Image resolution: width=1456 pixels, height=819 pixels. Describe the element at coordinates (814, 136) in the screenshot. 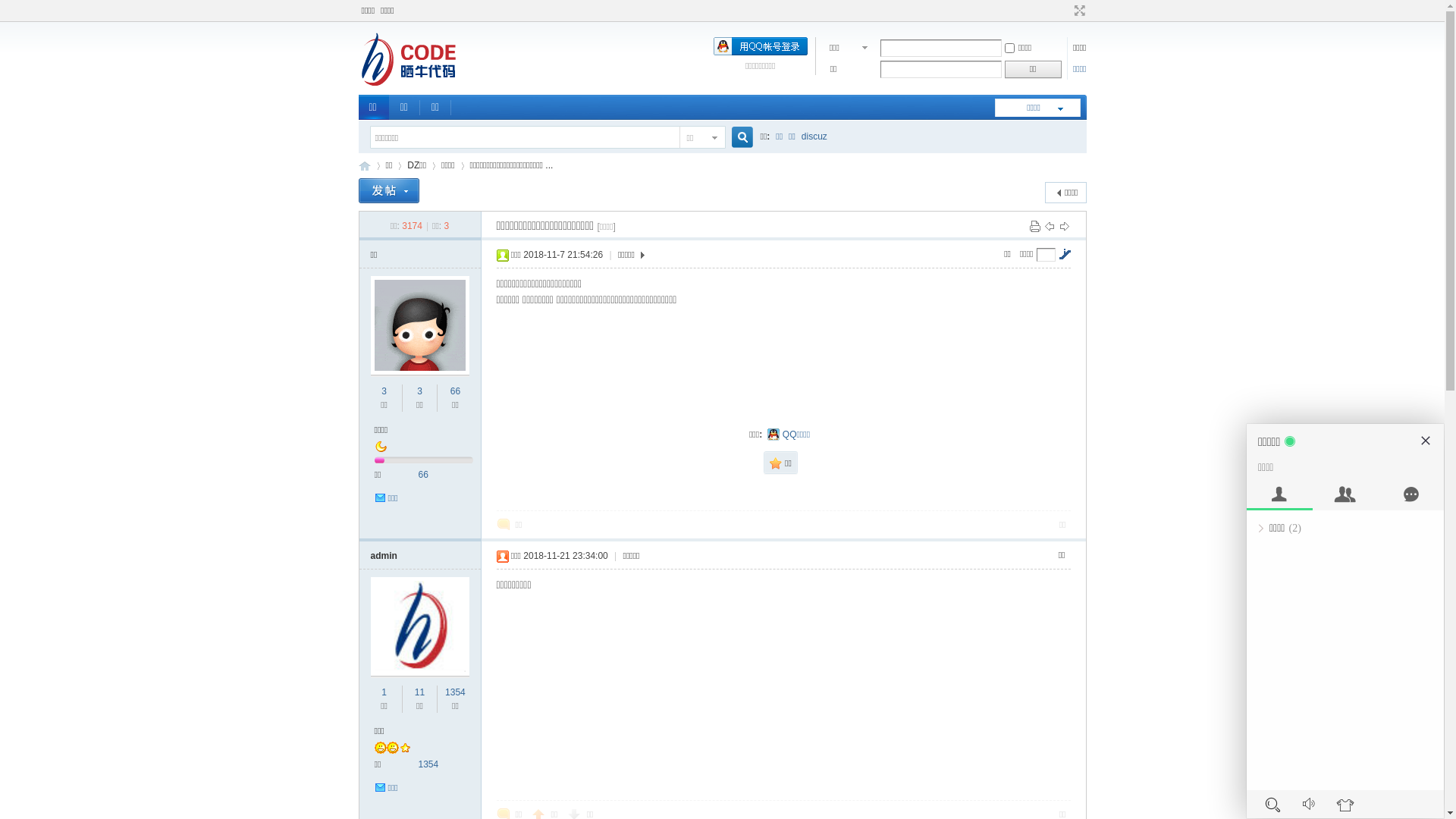

I see `'discuz'` at that location.